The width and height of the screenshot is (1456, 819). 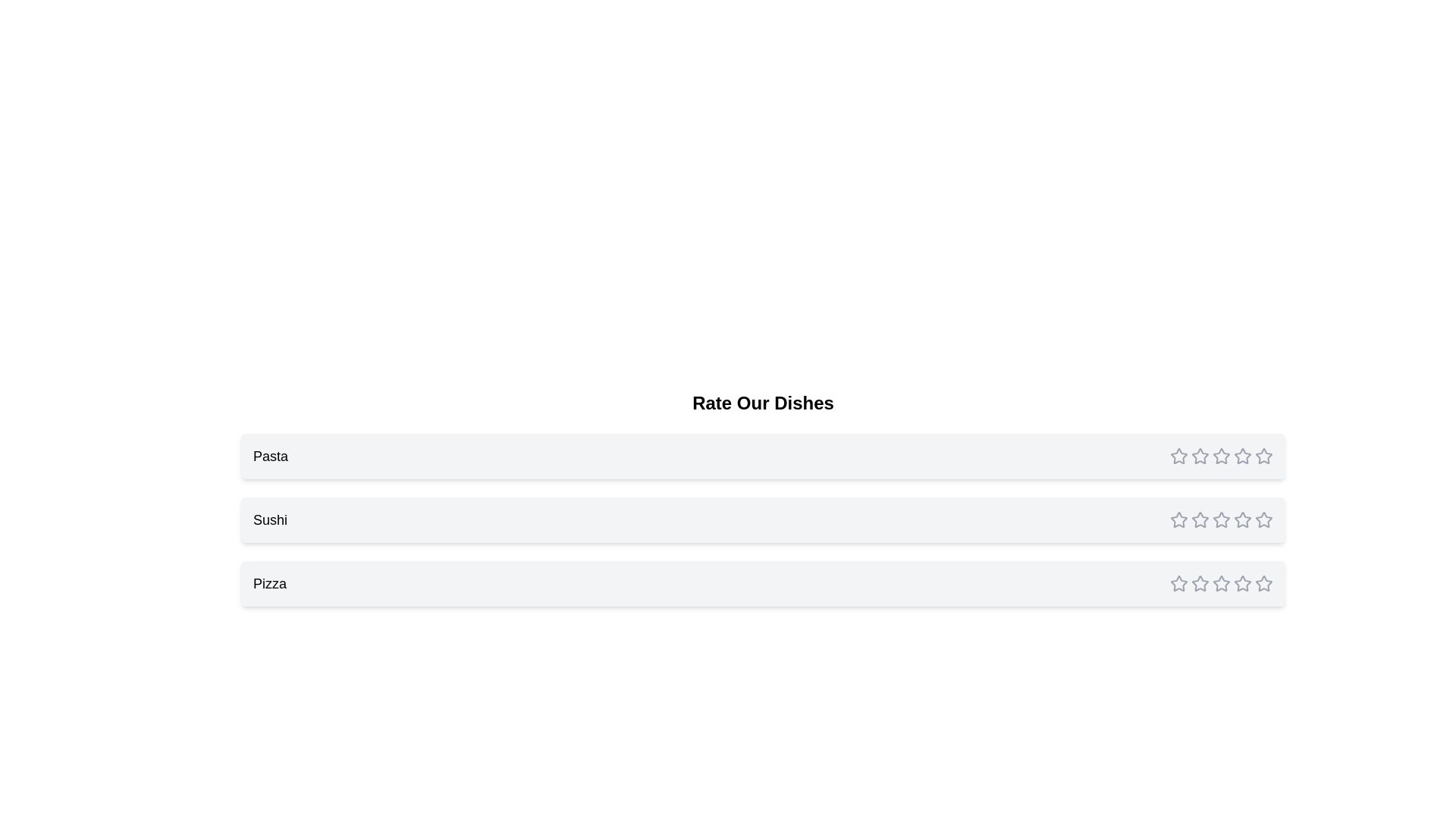 What do you see at coordinates (763, 403) in the screenshot?
I see `the 'Rate Our Dishes' text block, which is styled with a bold and large font and is positioned at the top of the section containing dish options` at bounding box center [763, 403].